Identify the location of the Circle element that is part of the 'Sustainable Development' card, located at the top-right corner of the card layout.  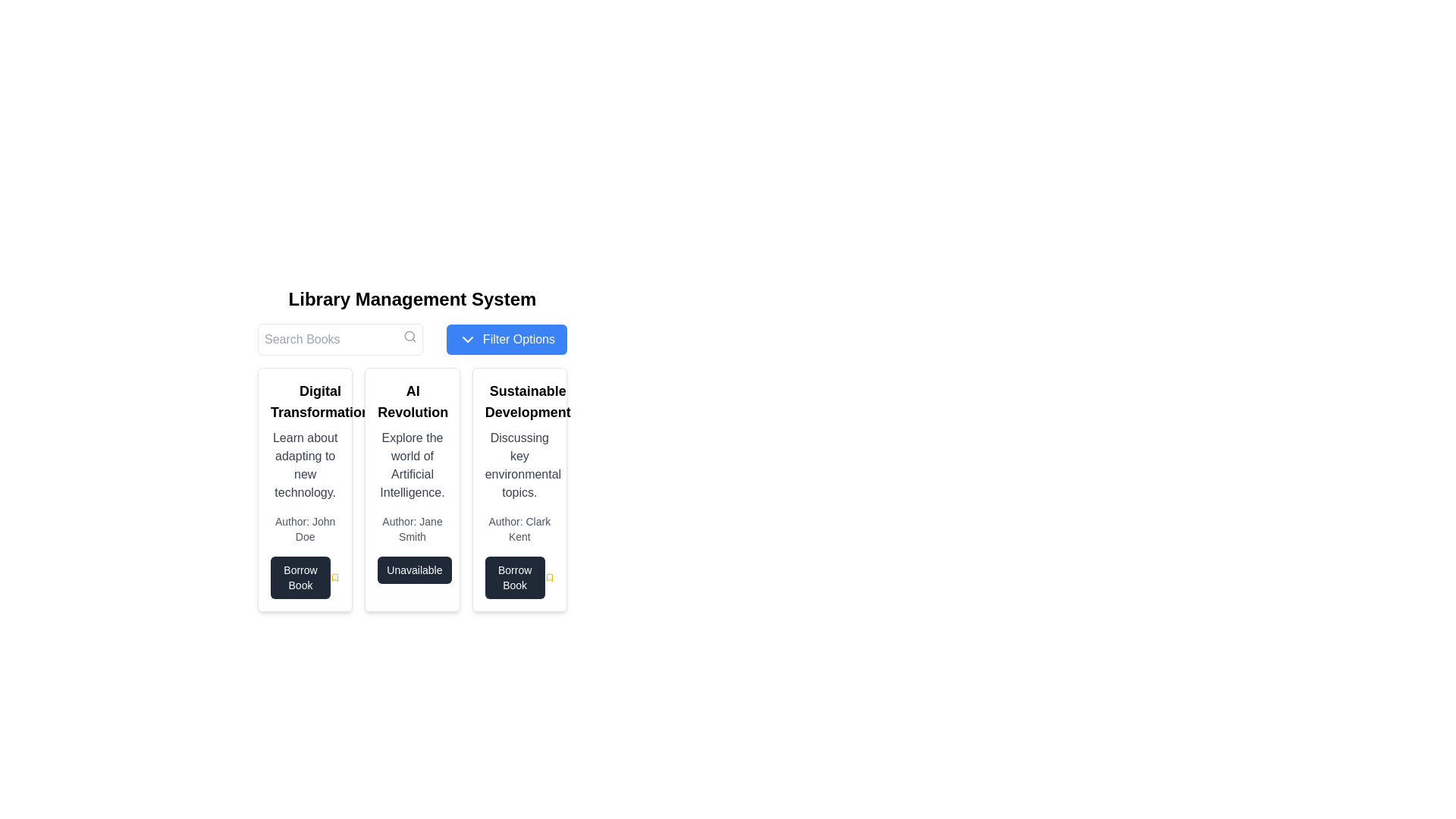
(579, 388).